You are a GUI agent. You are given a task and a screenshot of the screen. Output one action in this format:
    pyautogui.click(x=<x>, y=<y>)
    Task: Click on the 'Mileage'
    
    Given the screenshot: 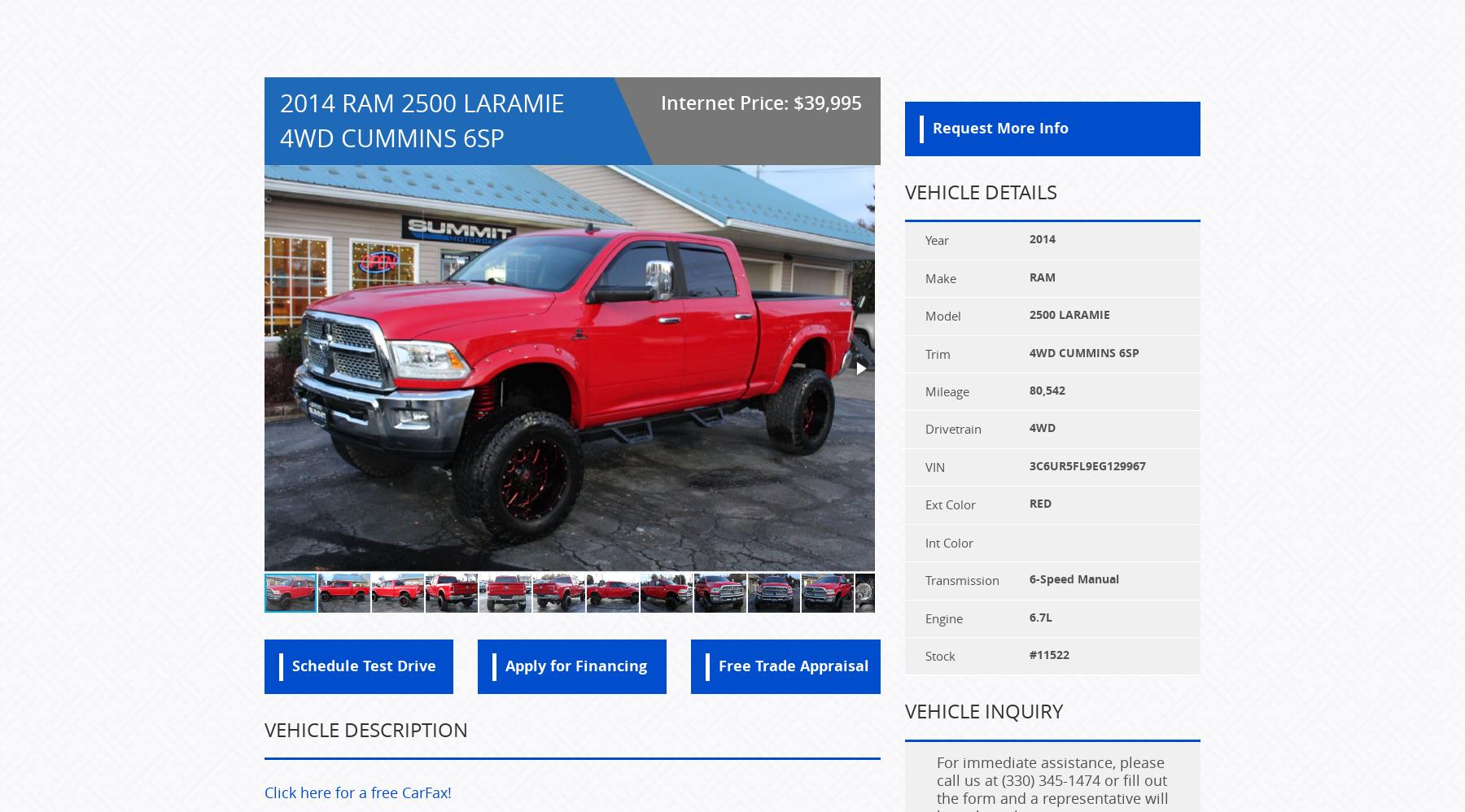 What is the action you would take?
    pyautogui.click(x=945, y=390)
    